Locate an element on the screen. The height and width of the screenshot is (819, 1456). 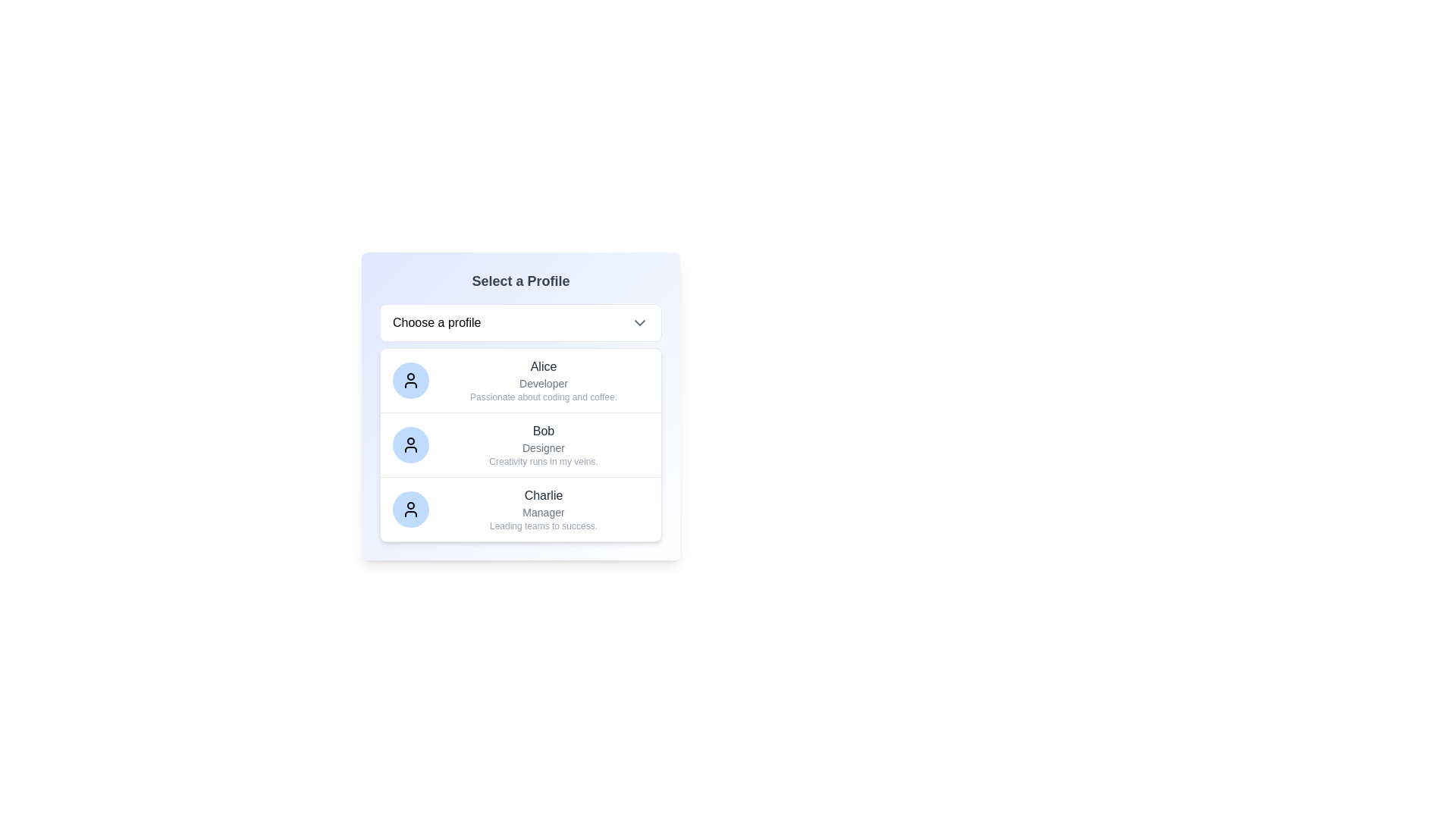
information presented in the text label that describes the 'Alice' profile, which is positioned below the 'Alice' name header and the 'Developer' label is located at coordinates (543, 397).